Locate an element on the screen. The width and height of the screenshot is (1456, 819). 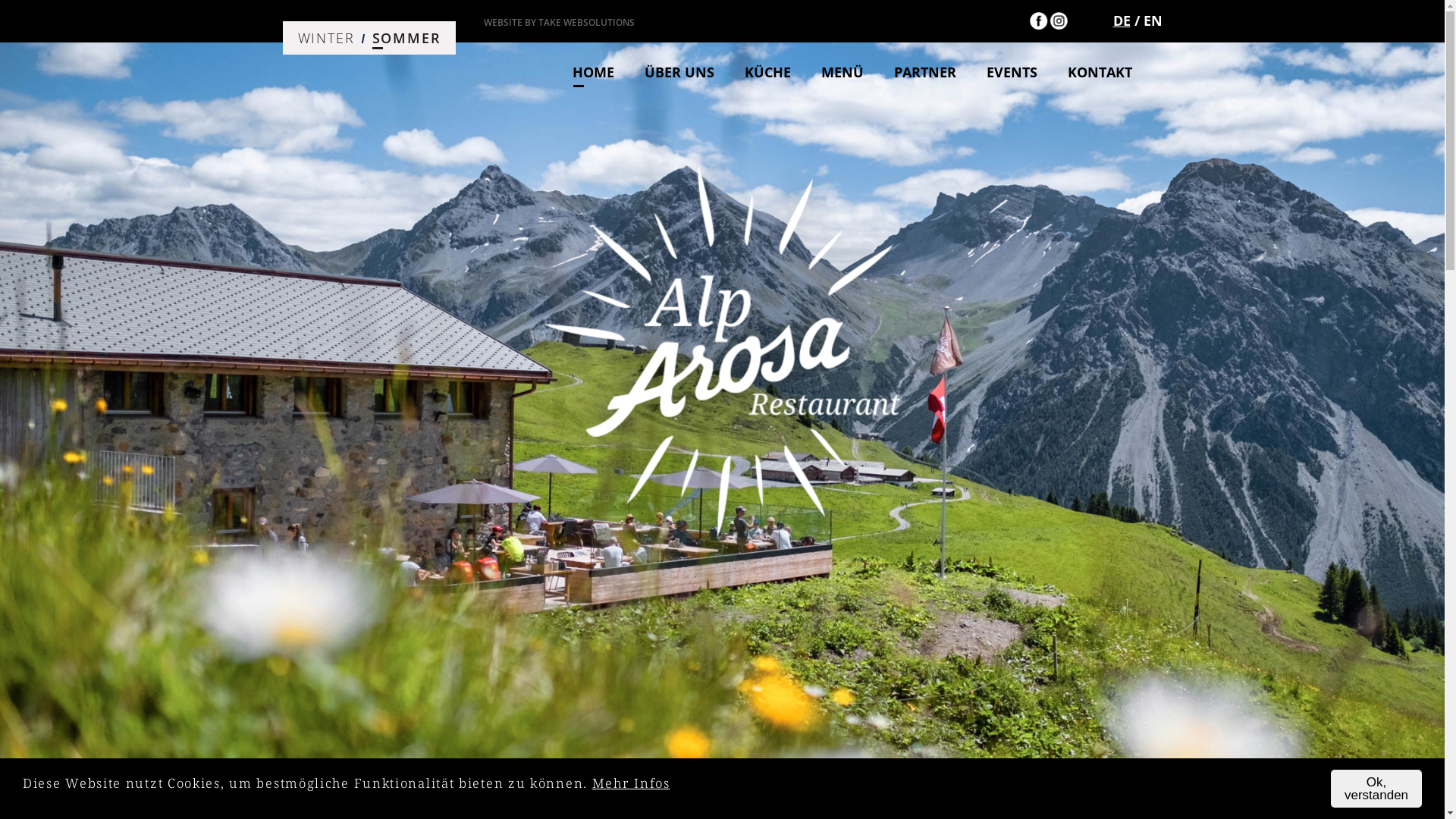
'Mehr Infos' is located at coordinates (631, 782).